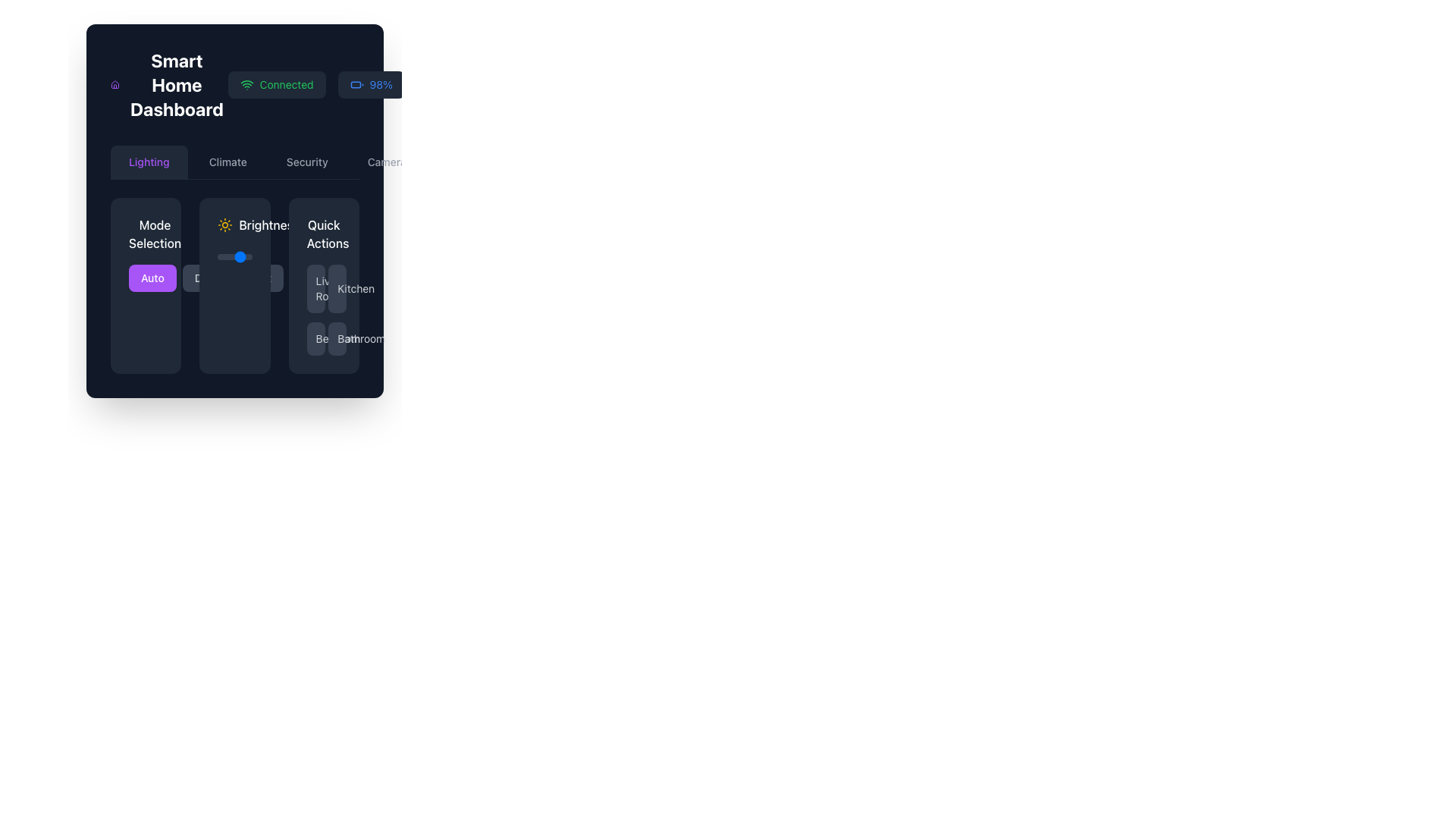 The width and height of the screenshot is (1456, 819). I want to click on the 'Lighting' button, which is the first button in a horizontal navigation bar below the 'Smart Home Dashboard' heading, so click(149, 162).